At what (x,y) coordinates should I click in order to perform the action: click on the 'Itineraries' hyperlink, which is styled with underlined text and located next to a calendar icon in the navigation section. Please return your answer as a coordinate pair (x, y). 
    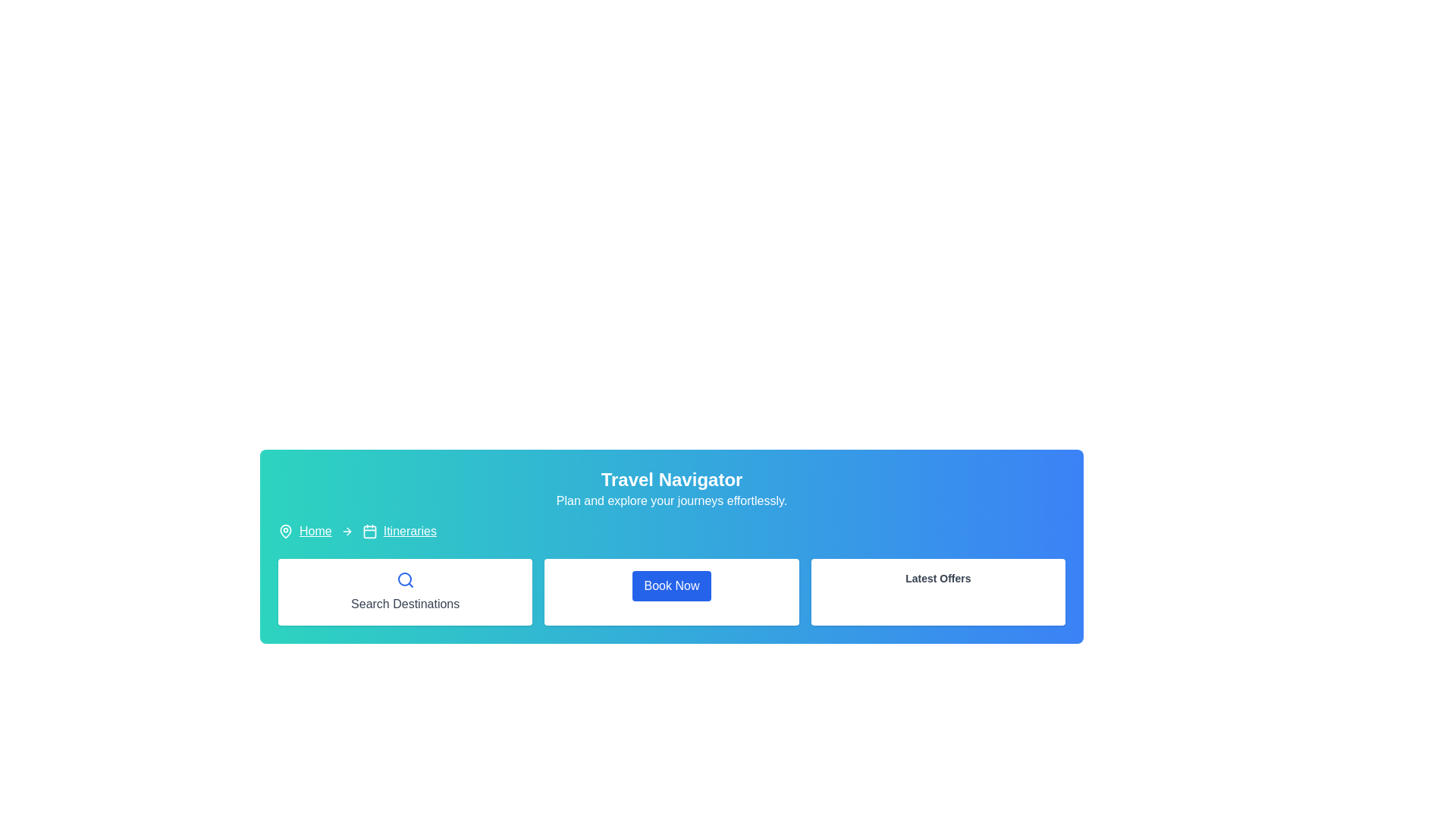
    Looking at the image, I should click on (409, 531).